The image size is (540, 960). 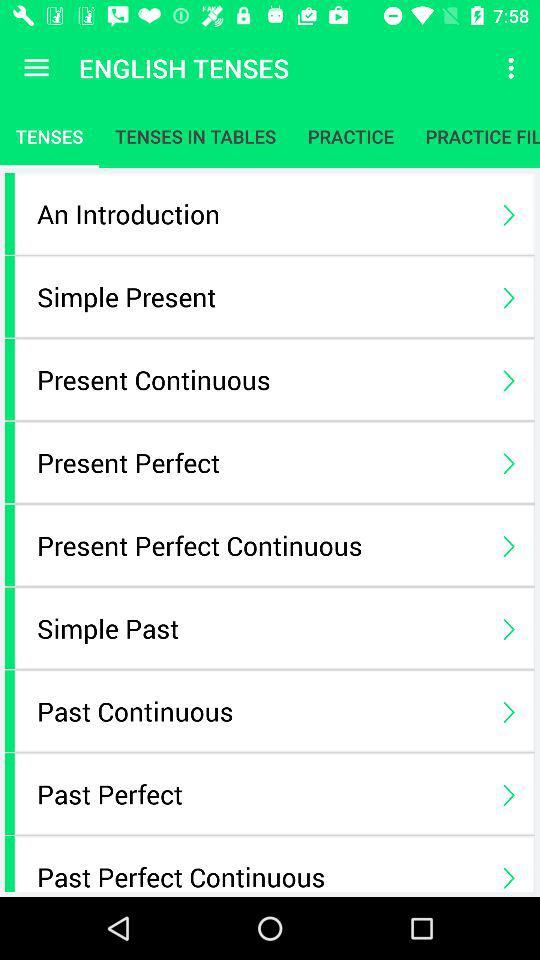 What do you see at coordinates (259, 627) in the screenshot?
I see `item above past continuous item` at bounding box center [259, 627].